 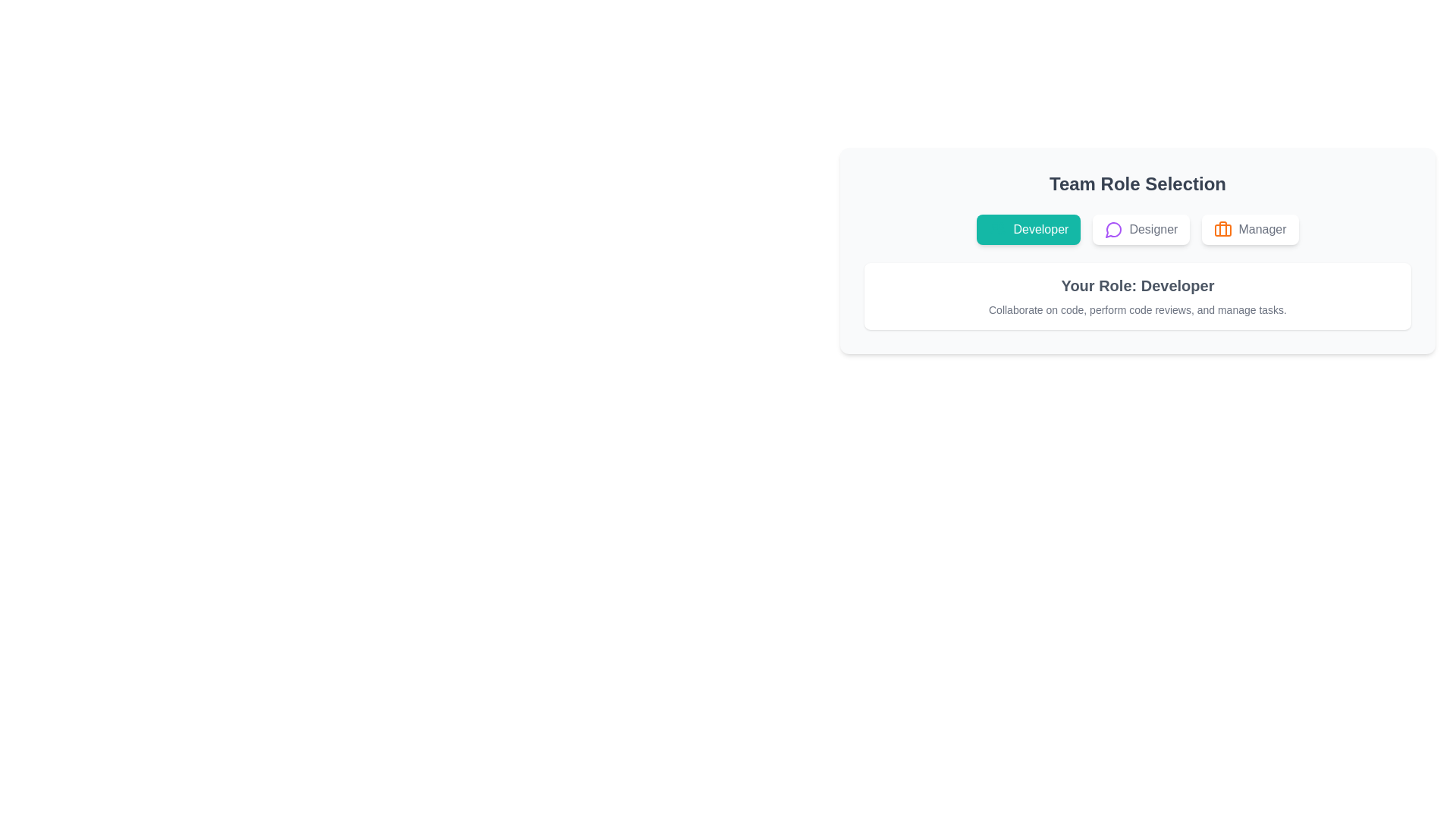 What do you see at coordinates (1137, 286) in the screenshot?
I see `the text label that displays the user's current role as 'Developer', located in the white rounded panel below the 'Team Role Selection' heading` at bounding box center [1137, 286].